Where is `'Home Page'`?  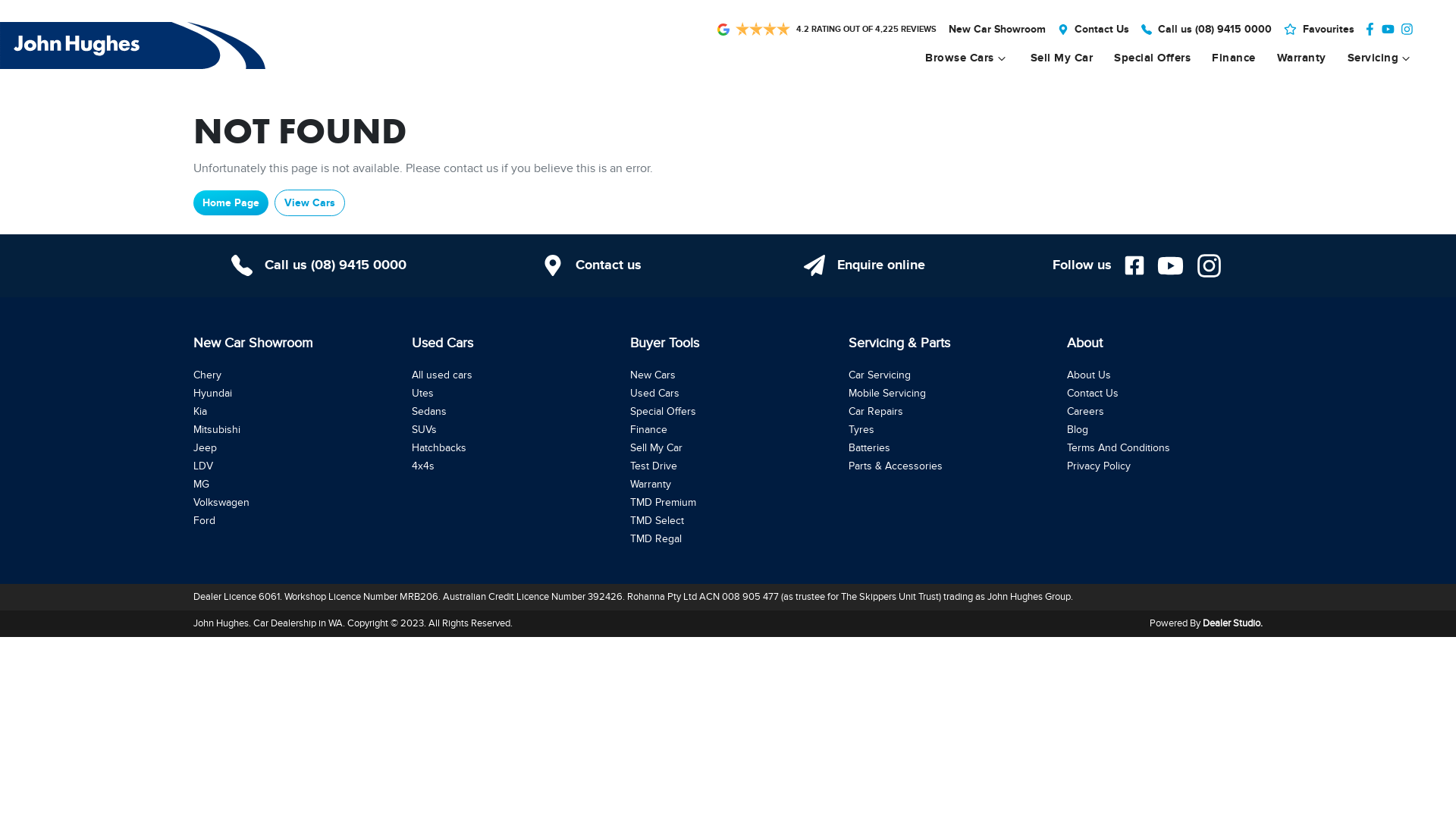
'Home Page' is located at coordinates (192, 202).